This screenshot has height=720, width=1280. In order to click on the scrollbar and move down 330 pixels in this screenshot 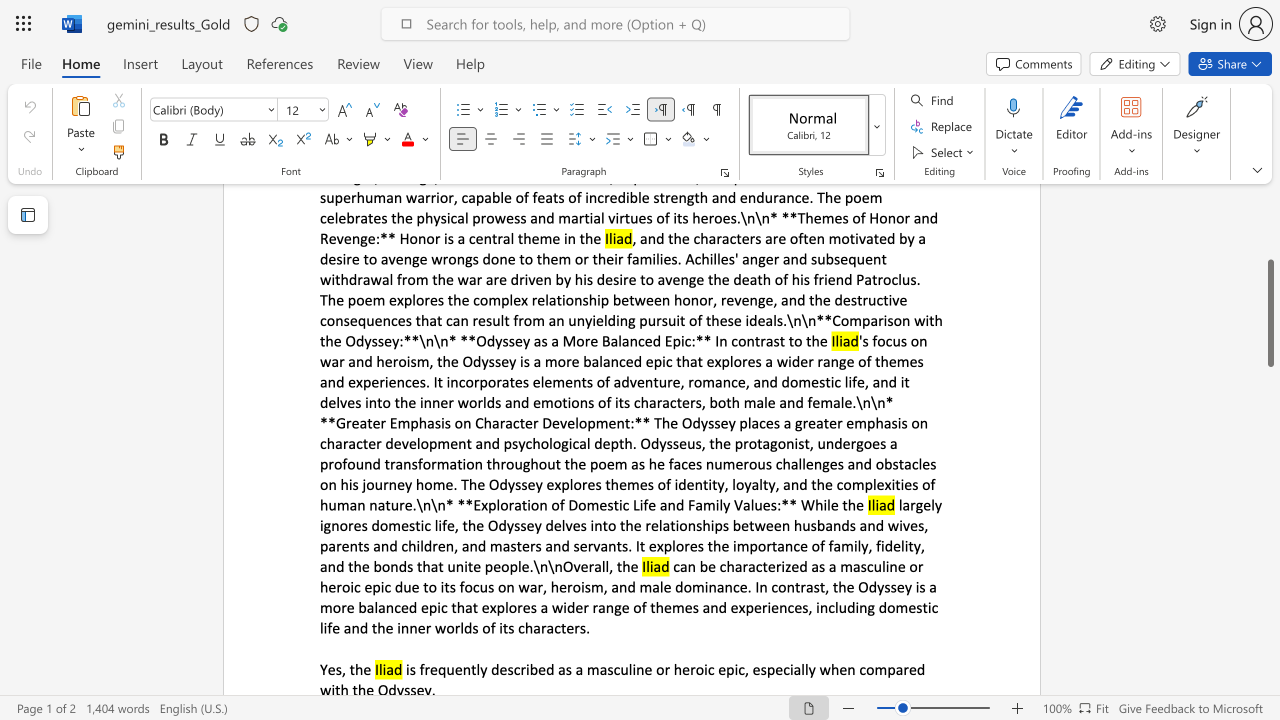, I will do `click(1269, 313)`.